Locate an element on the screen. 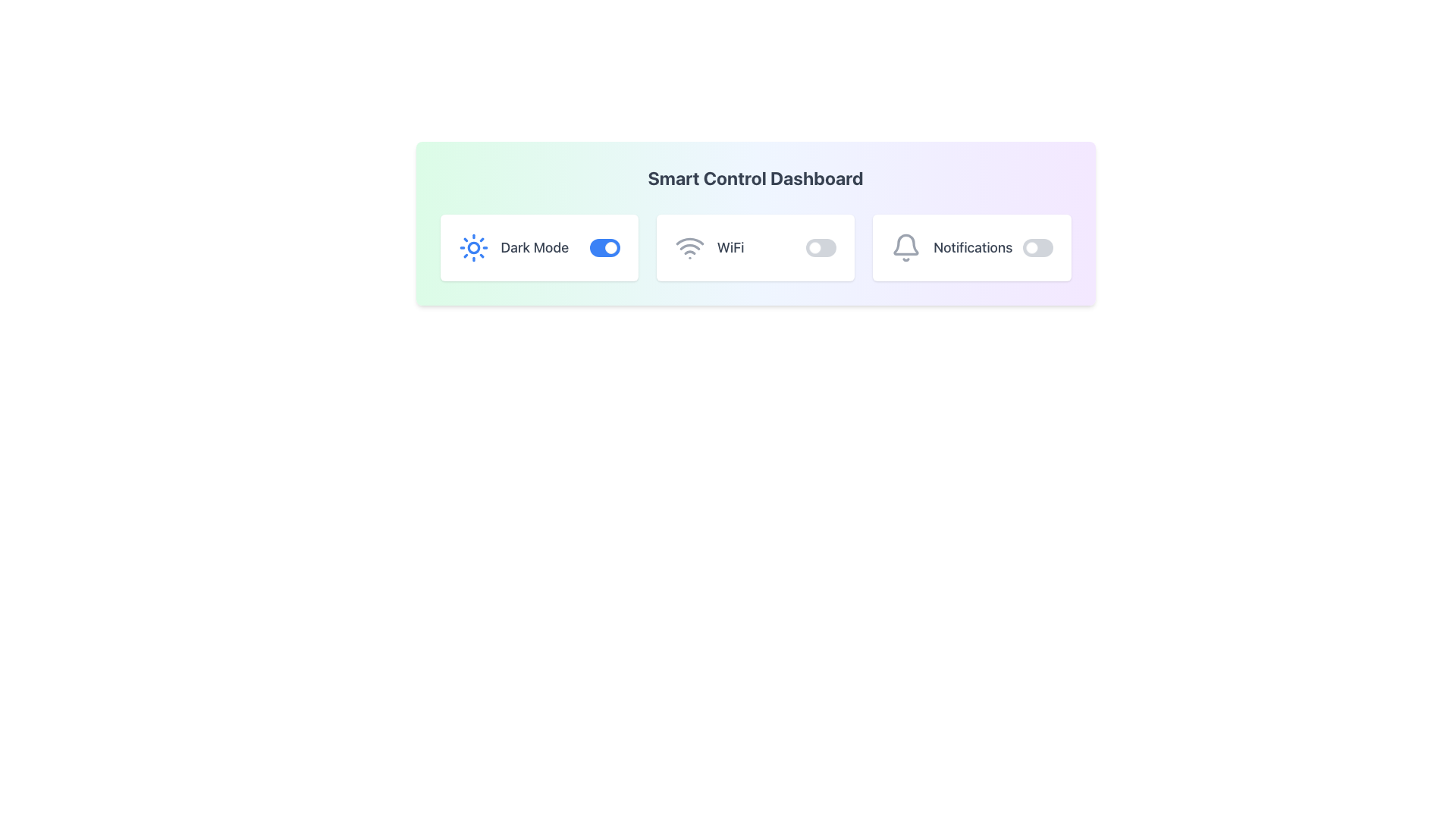 Image resolution: width=1456 pixels, height=819 pixels. the 'Notifications' label, which is a medium-sized, bold gray text located immediately to the right of the bell icon in the dashboard interface is located at coordinates (973, 247).